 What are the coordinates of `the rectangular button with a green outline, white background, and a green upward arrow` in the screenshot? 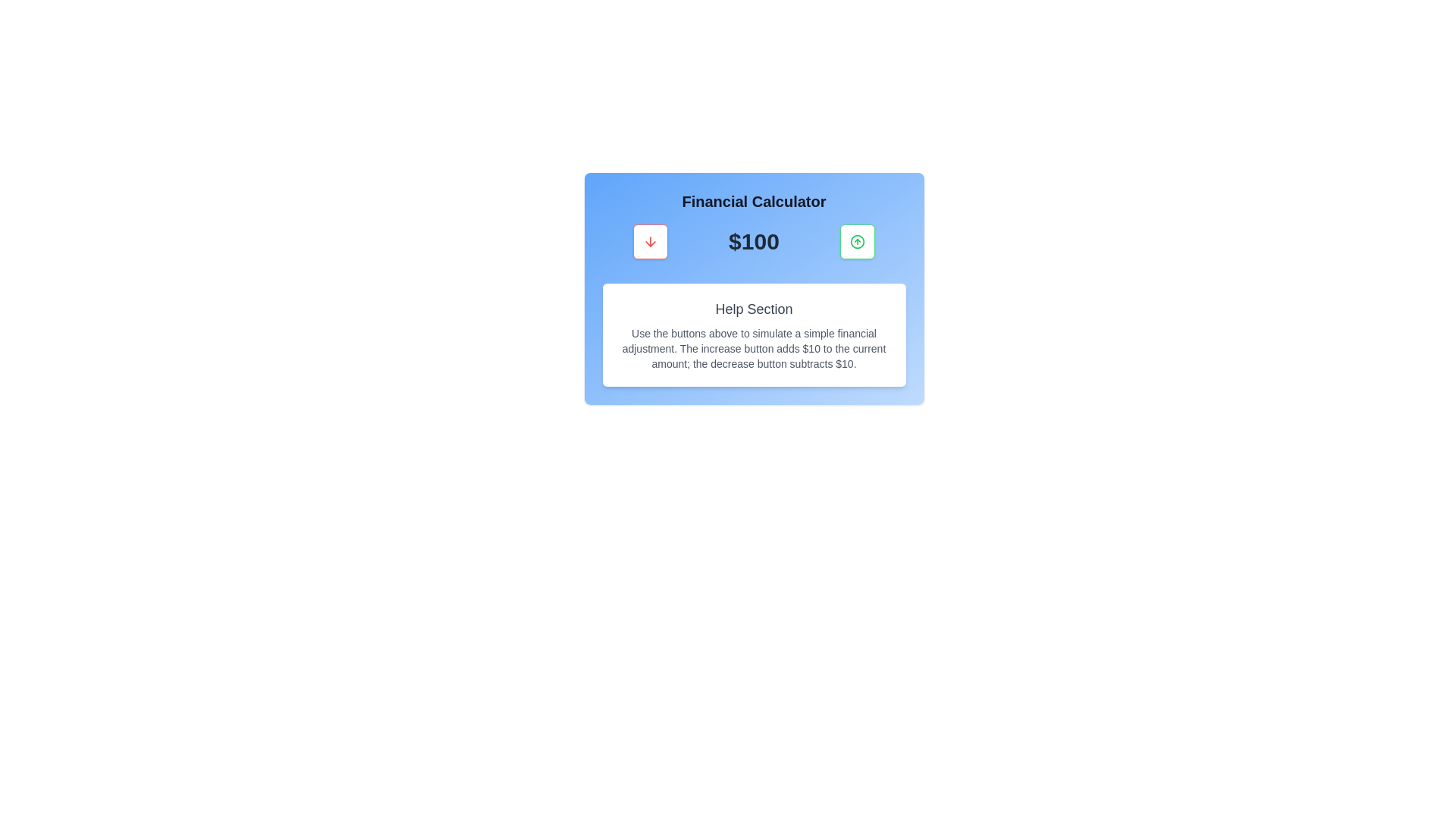 It's located at (858, 241).